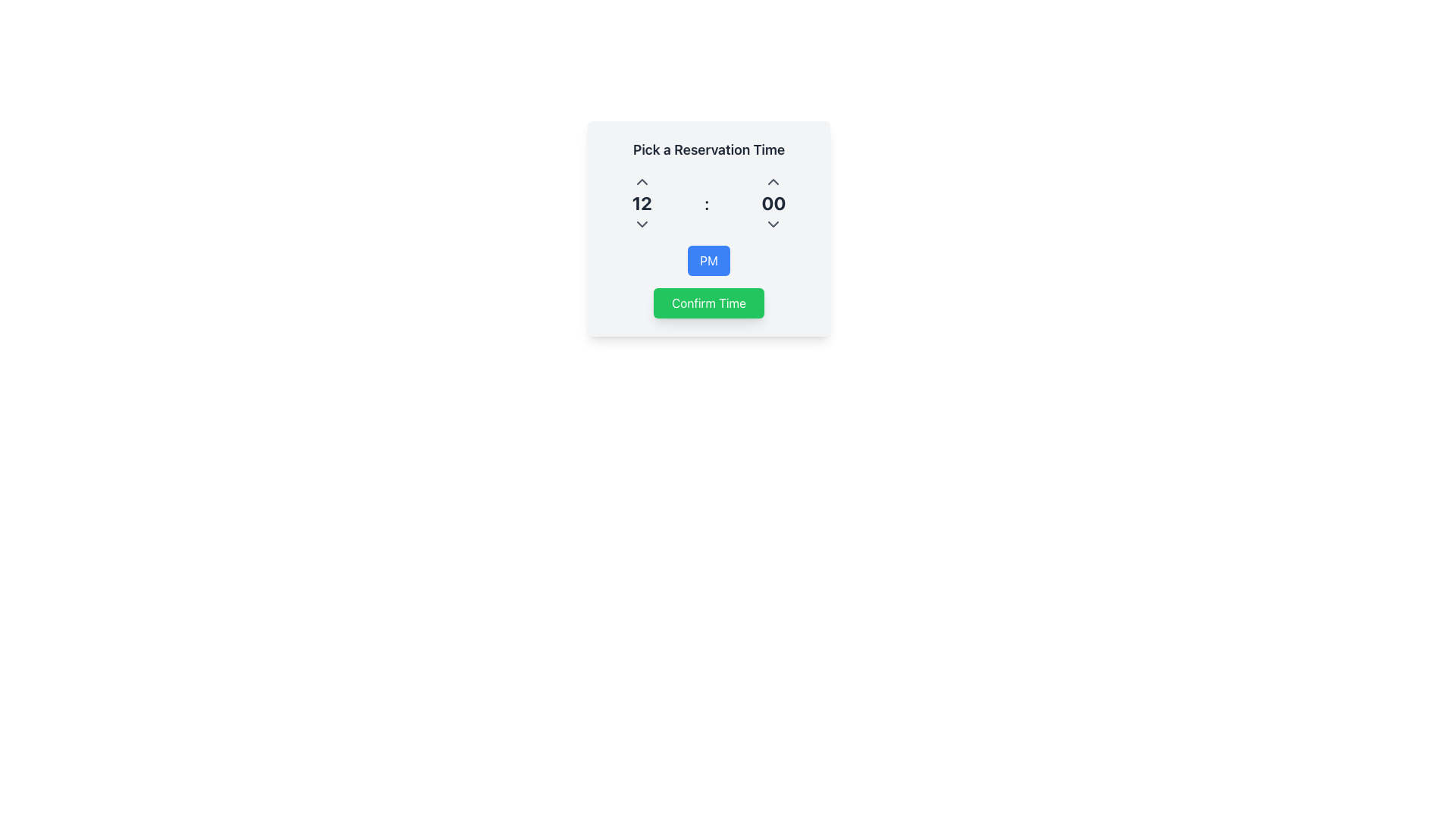 Image resolution: width=1456 pixels, height=819 pixels. I want to click on the small rectangular button with a blue background and white text 'PM' located in the 'Pick a Reservation Time' panel, so click(708, 259).